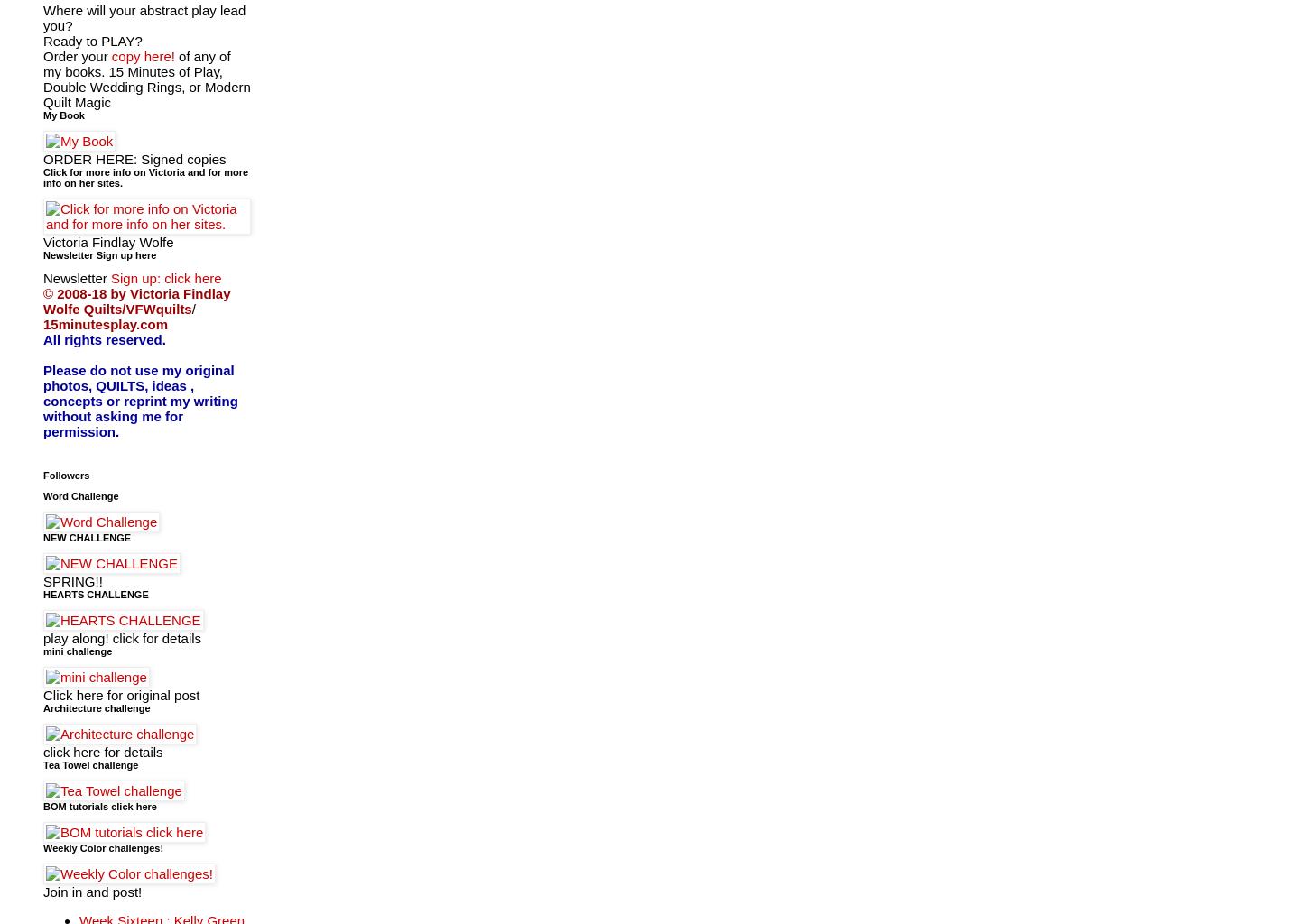 This screenshot has width=1316, height=924. What do you see at coordinates (77, 650) in the screenshot?
I see `'mini challenge'` at bounding box center [77, 650].